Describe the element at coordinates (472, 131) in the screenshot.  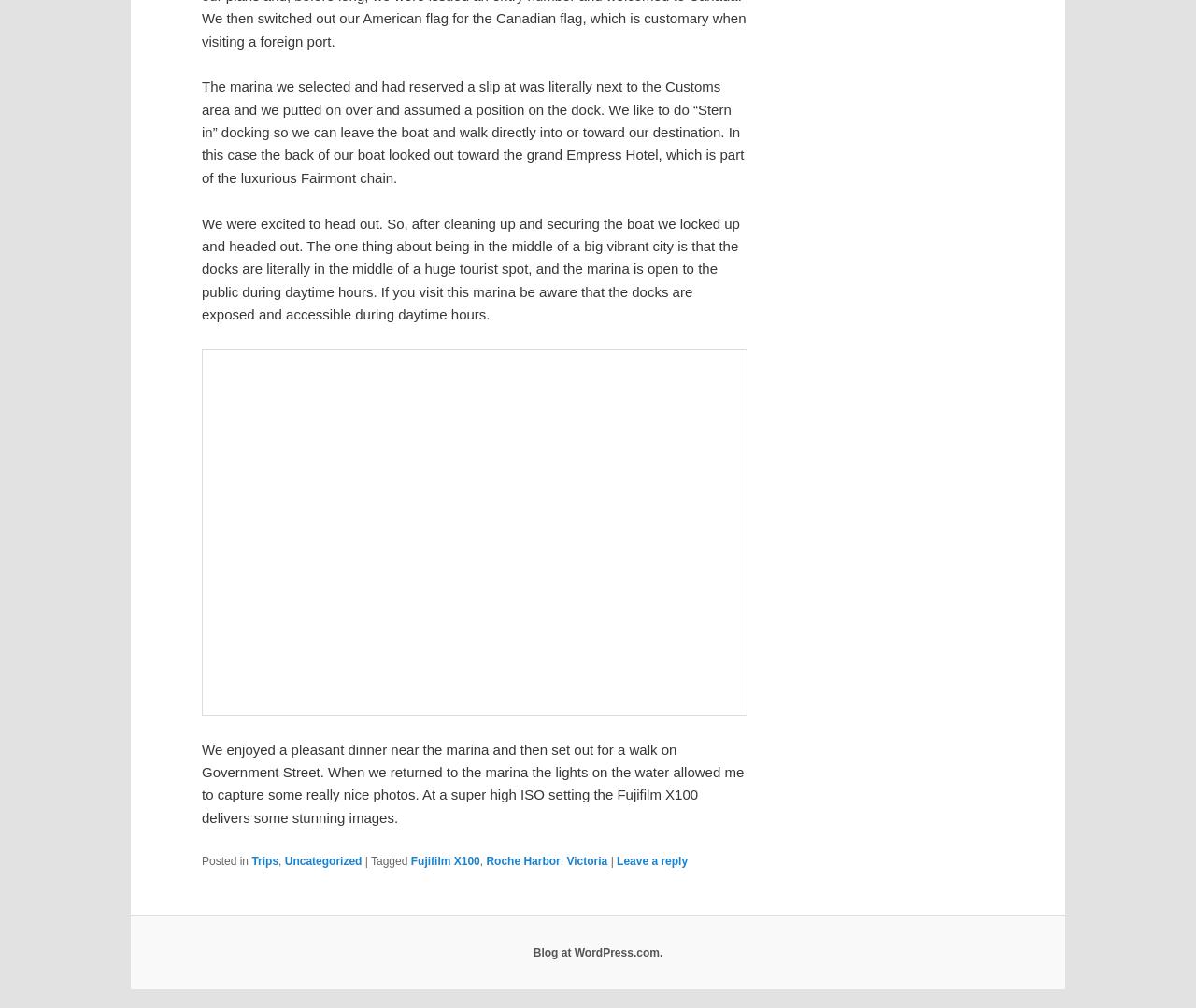
I see `'The marina we selected and had reserved a slip at was literally next to the Customs area and we putted on over and assumed a position on the dock. We like to do “Stern in” docking so we can leave the boat and walk directly into or toward our destination. In this case the back of our boat looked out toward the grand Empress Hotel, which is part of the luxurious Fairmont chain.'` at that location.